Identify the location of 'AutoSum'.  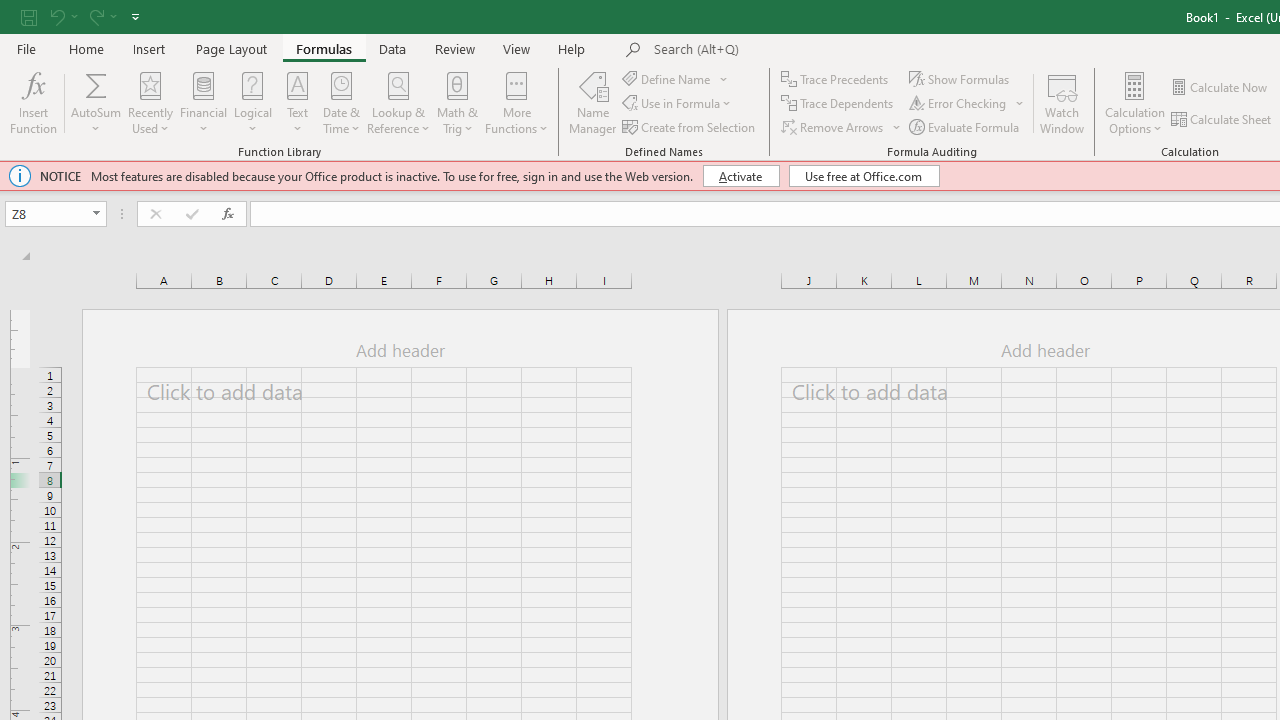
(95, 103).